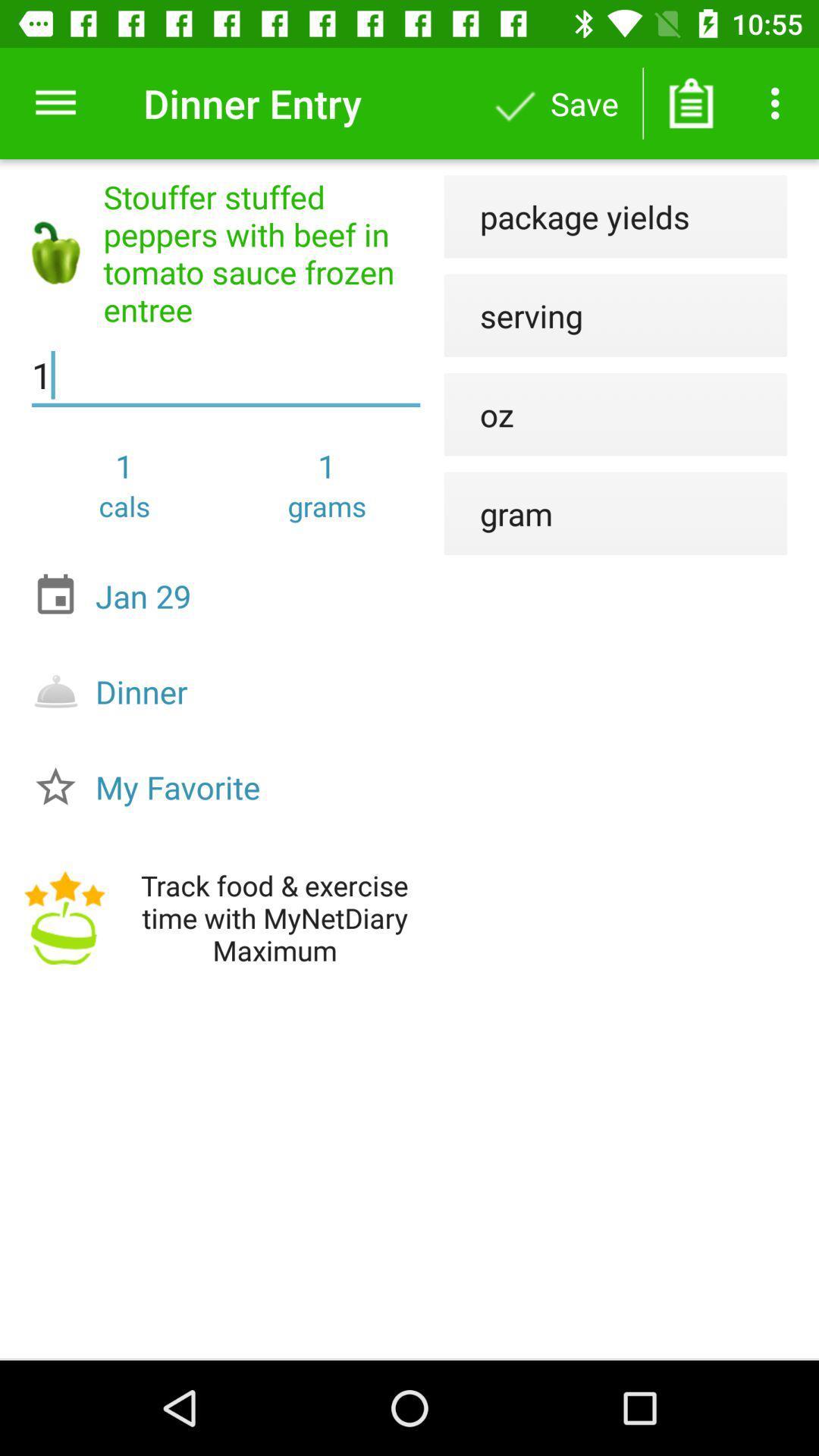 The height and width of the screenshot is (1456, 819). Describe the element at coordinates (498, 513) in the screenshot. I see `the   gram item` at that location.